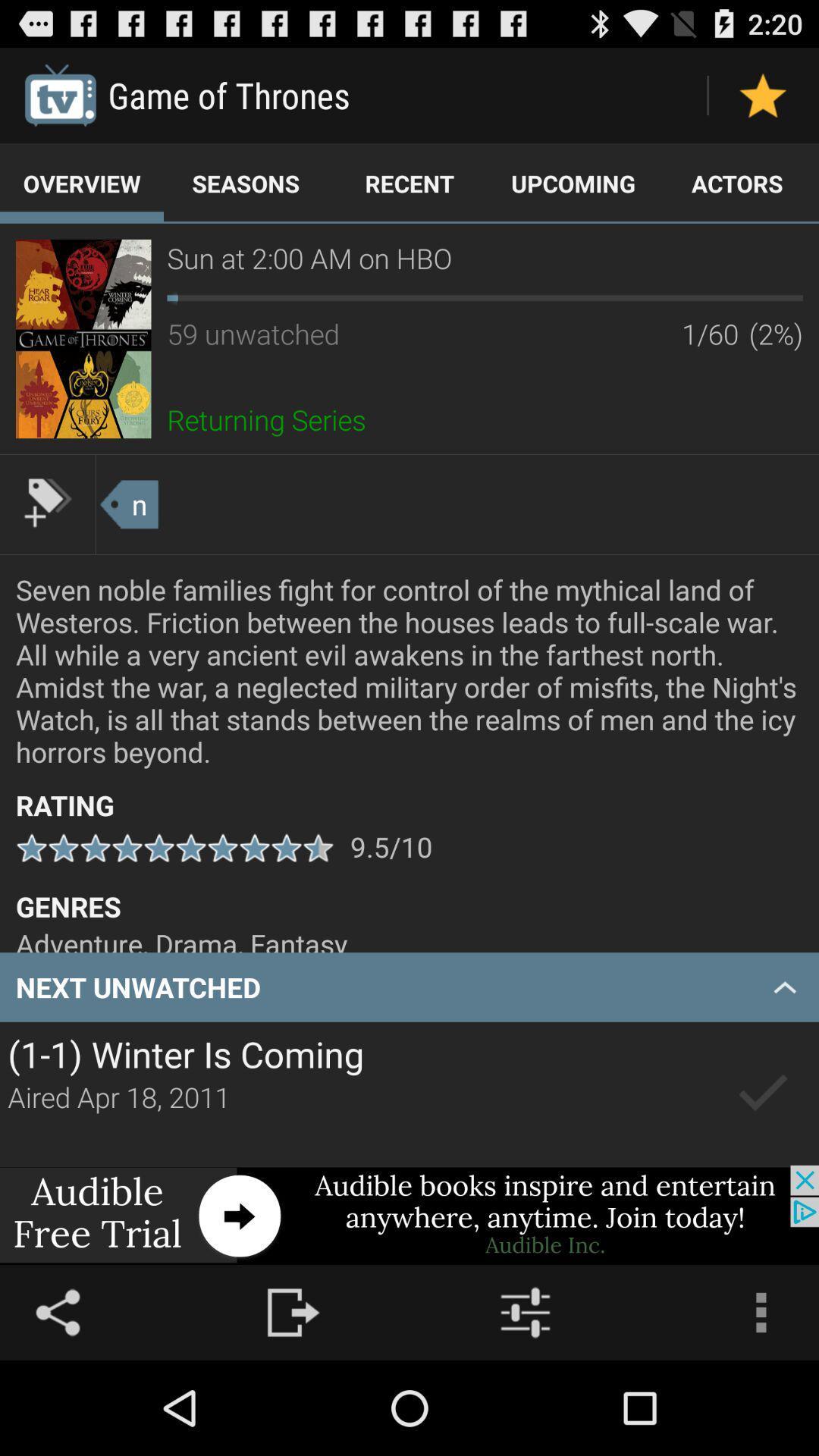 Image resolution: width=819 pixels, height=1456 pixels. I want to click on advertisement bar, so click(409, 1215).